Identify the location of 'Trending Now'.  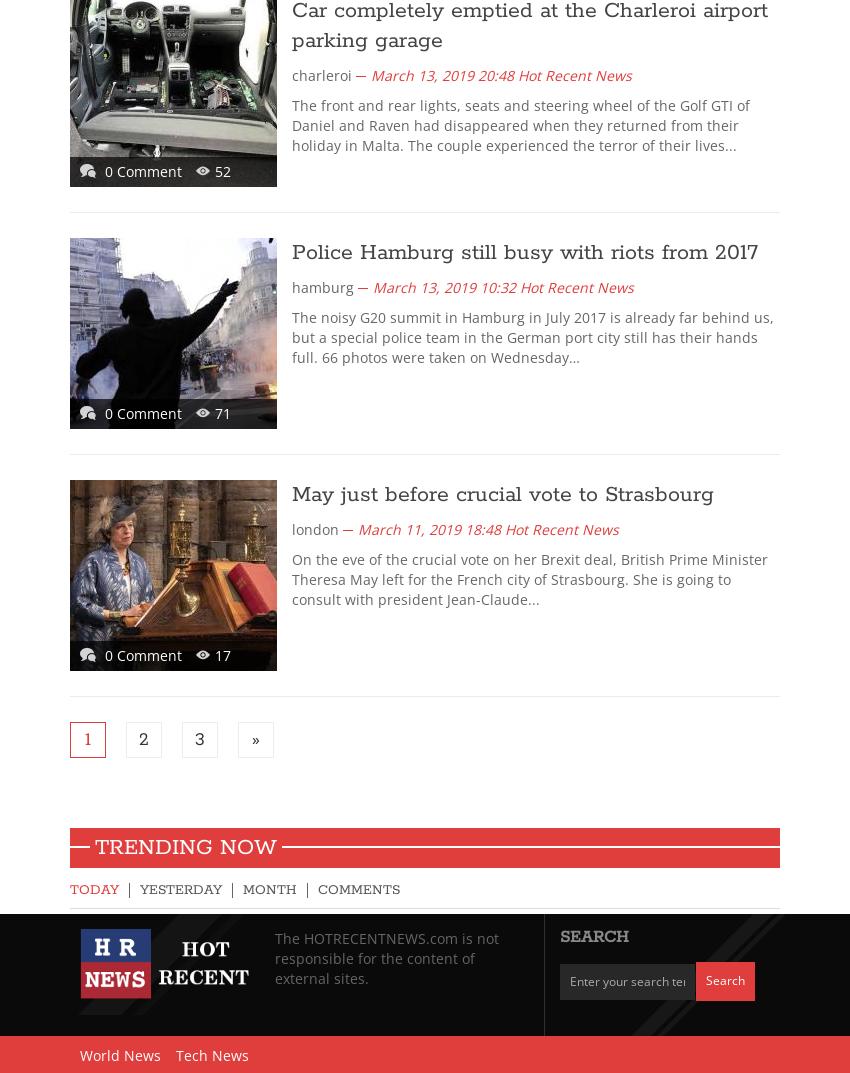
(184, 846).